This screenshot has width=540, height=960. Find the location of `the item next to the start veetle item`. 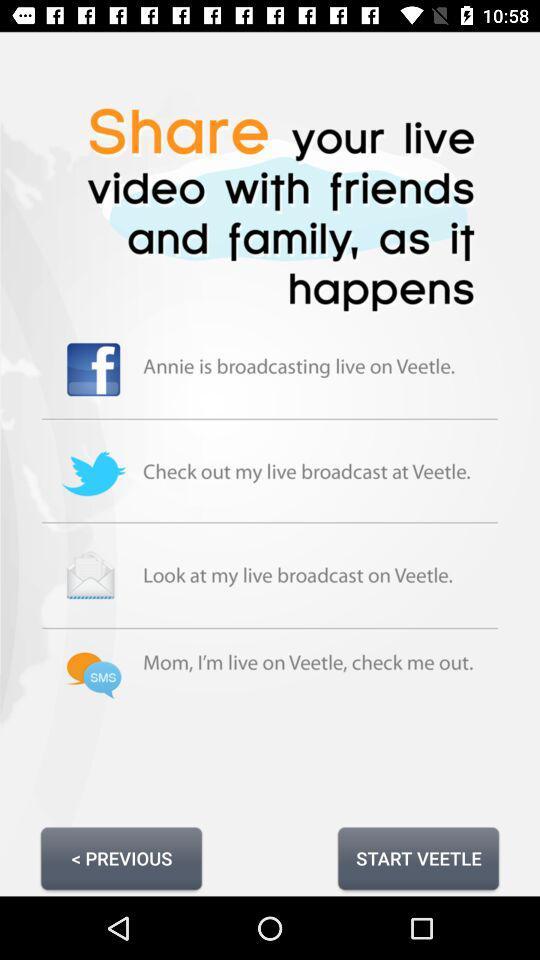

the item next to the start veetle item is located at coordinates (121, 857).